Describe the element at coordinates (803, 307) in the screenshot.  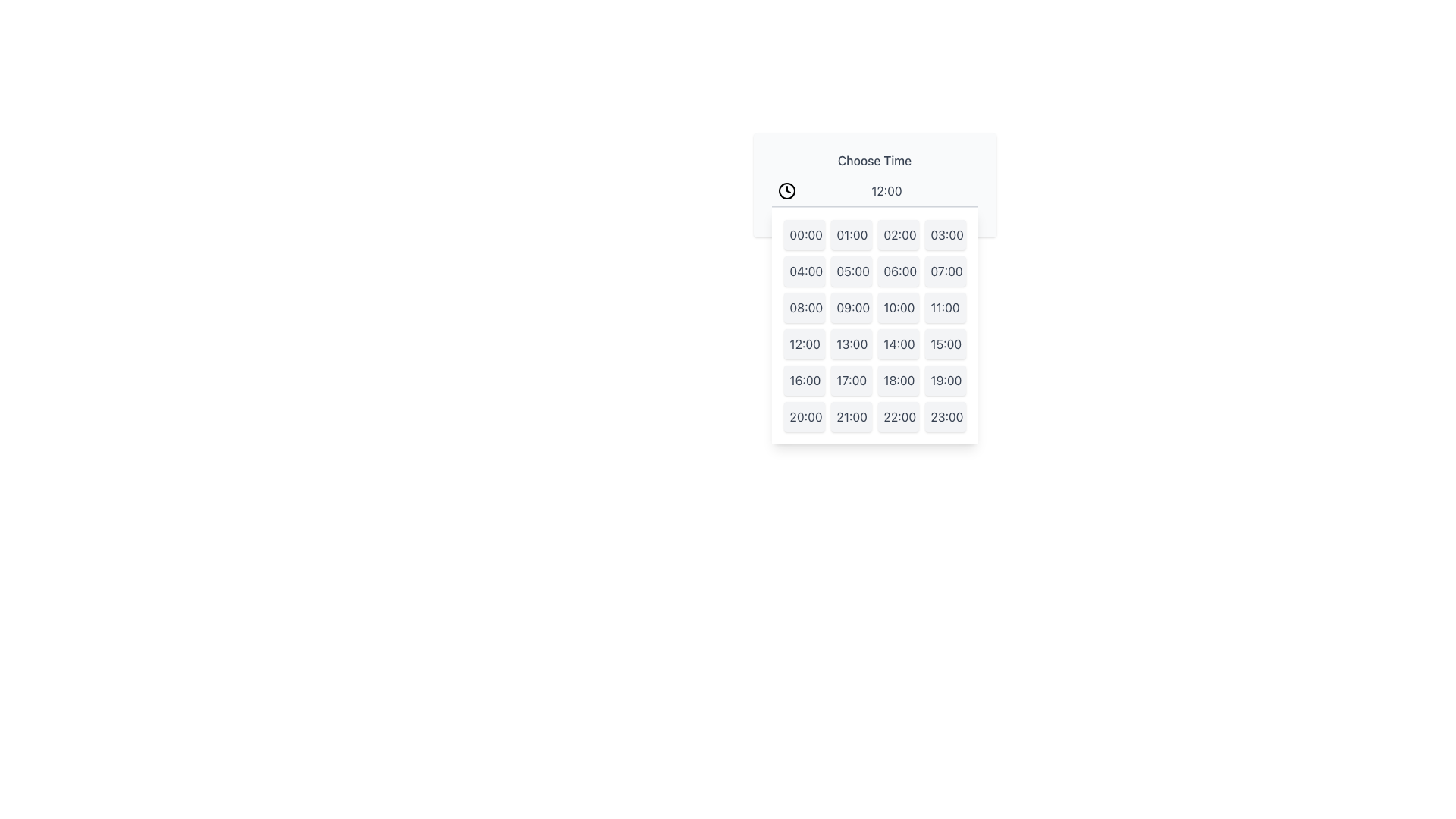
I see `the rectangular button displaying '08:00'` at that location.